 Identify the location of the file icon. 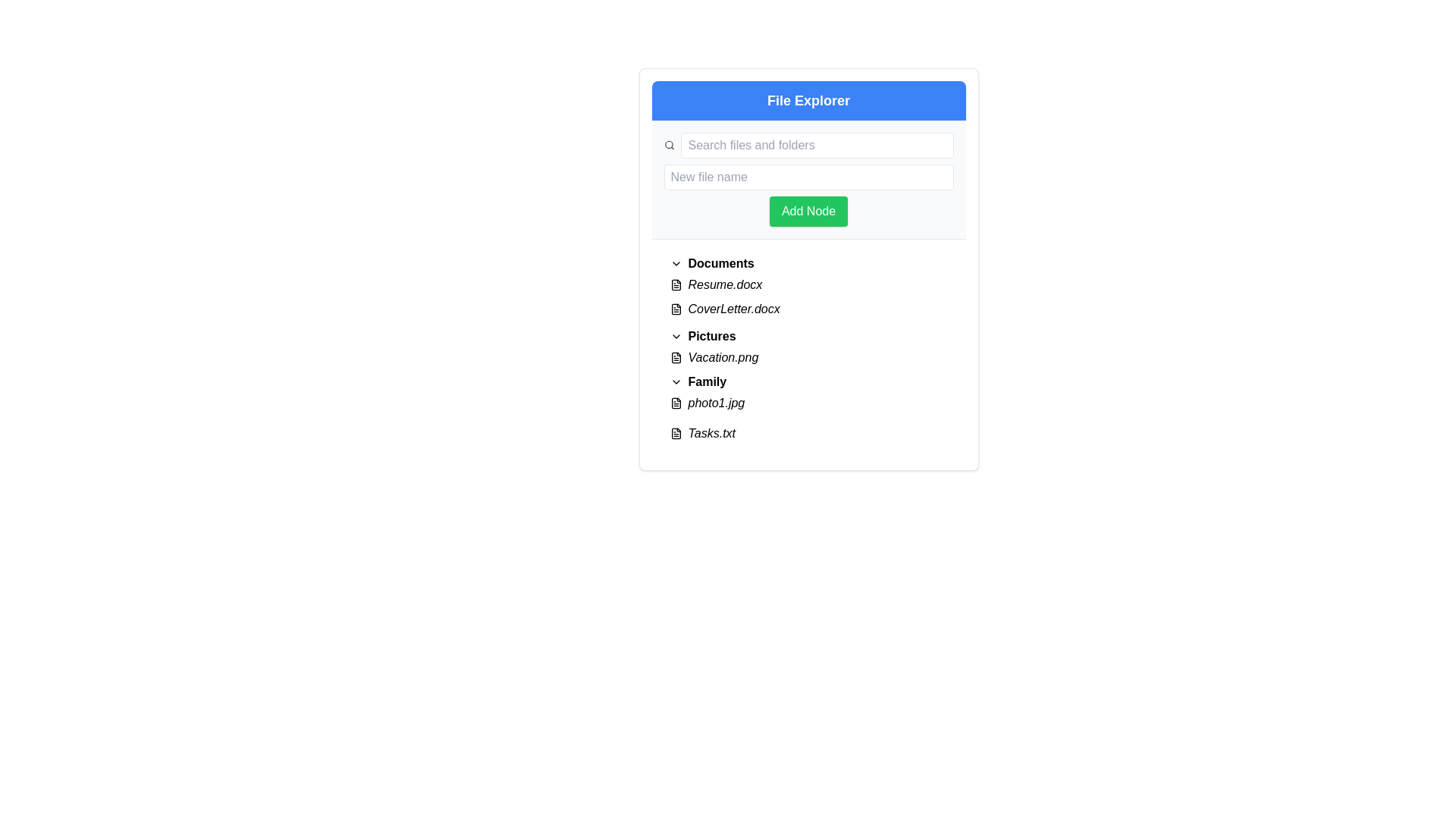
(675, 433).